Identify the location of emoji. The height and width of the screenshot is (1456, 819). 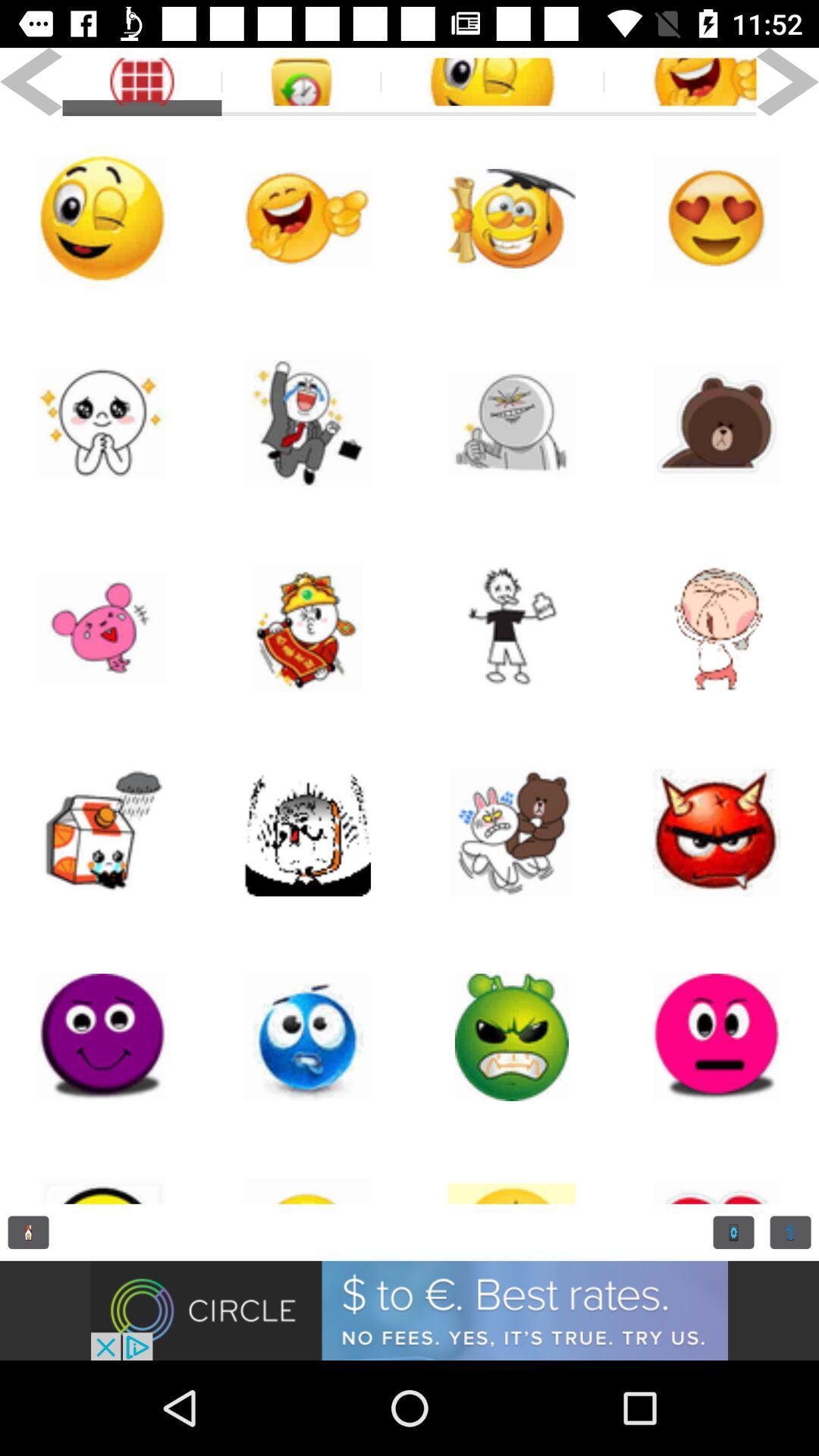
(717, 422).